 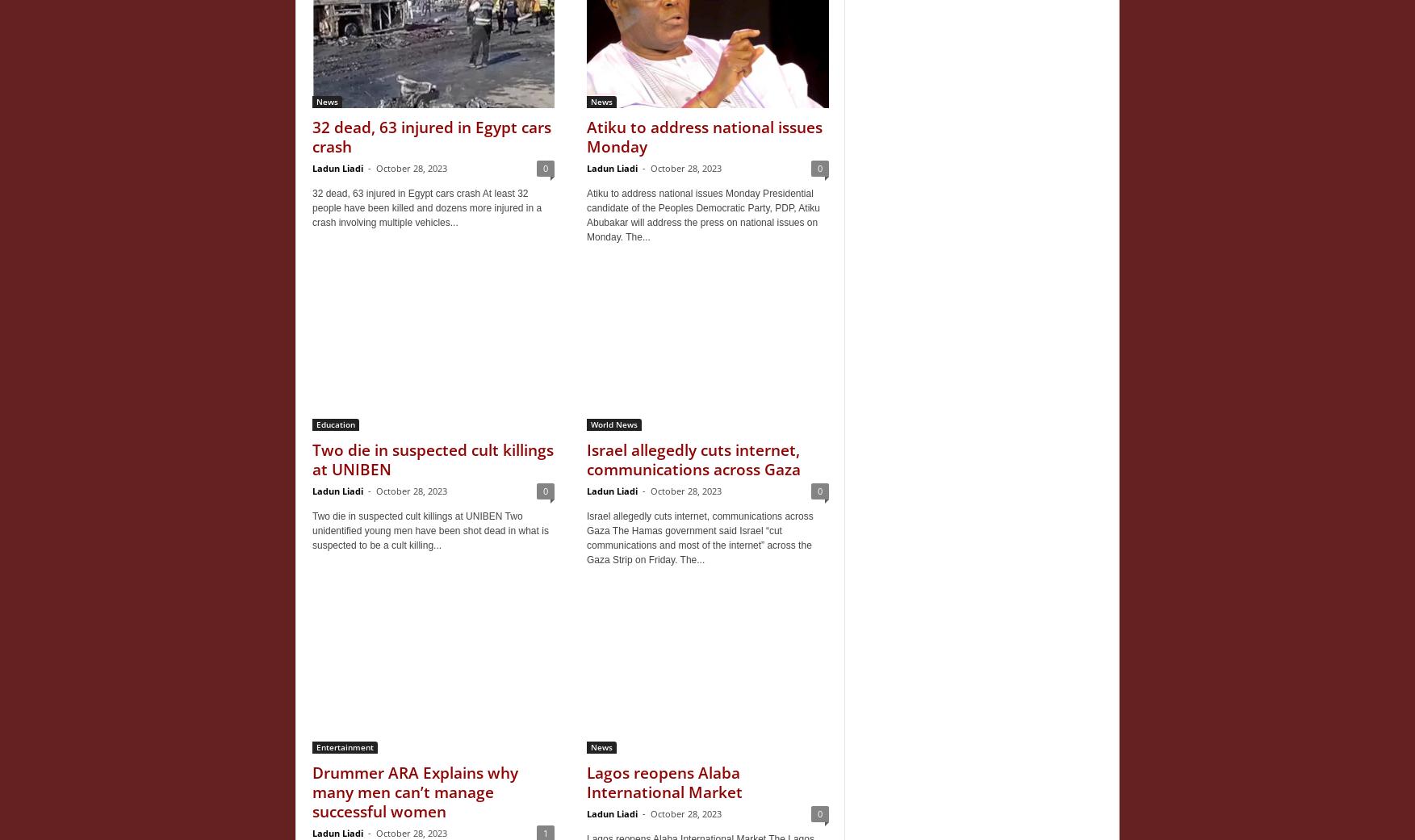 What do you see at coordinates (664, 783) in the screenshot?
I see `'Lagos reopens Alaba International Market'` at bounding box center [664, 783].